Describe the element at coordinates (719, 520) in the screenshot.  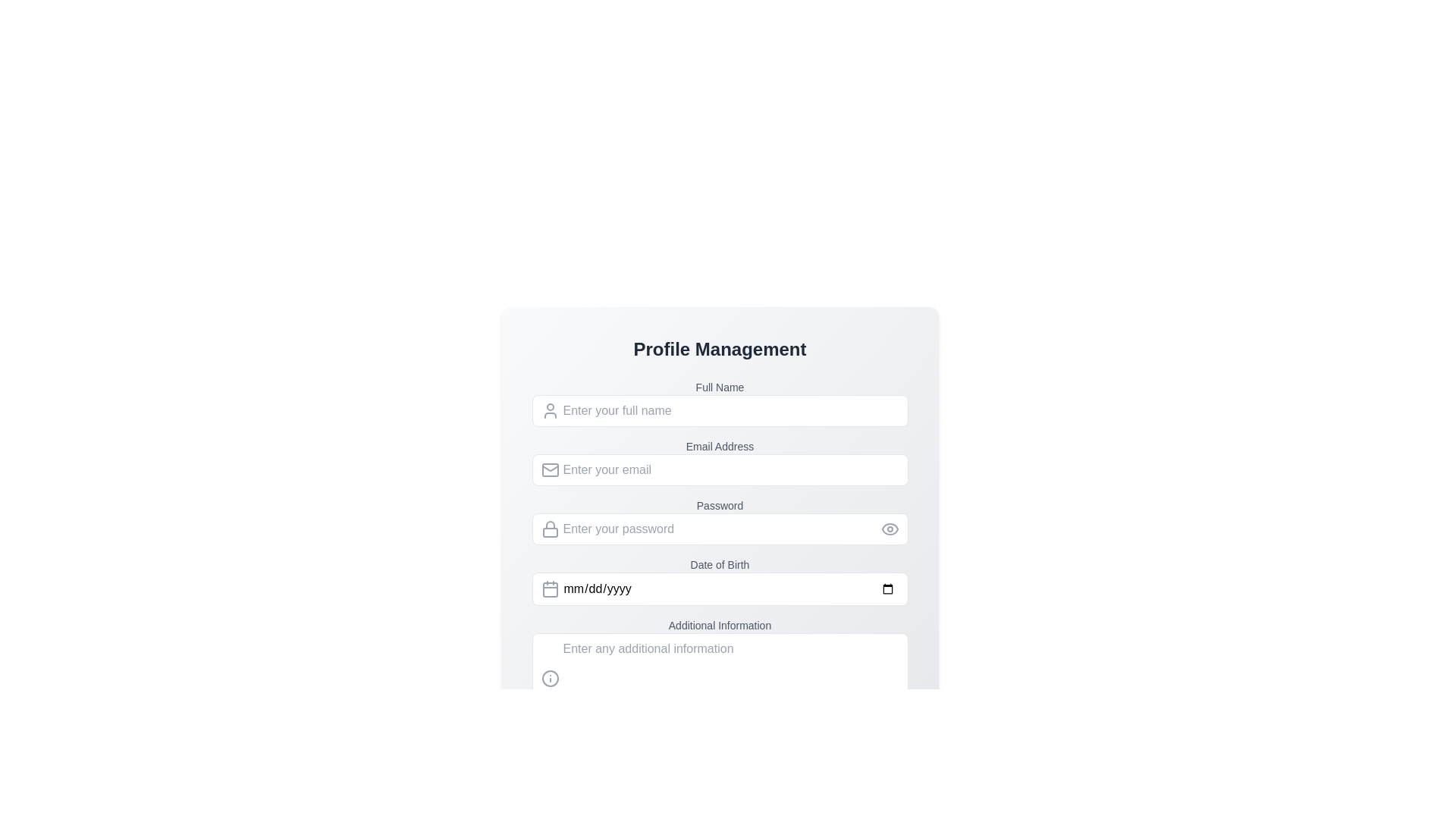
I see `to focus on the password input field, which is the third input field in a vertical sequence within a form, located directly underneath the 'Email Address' input field and above the 'Date of Birth' input field` at that location.